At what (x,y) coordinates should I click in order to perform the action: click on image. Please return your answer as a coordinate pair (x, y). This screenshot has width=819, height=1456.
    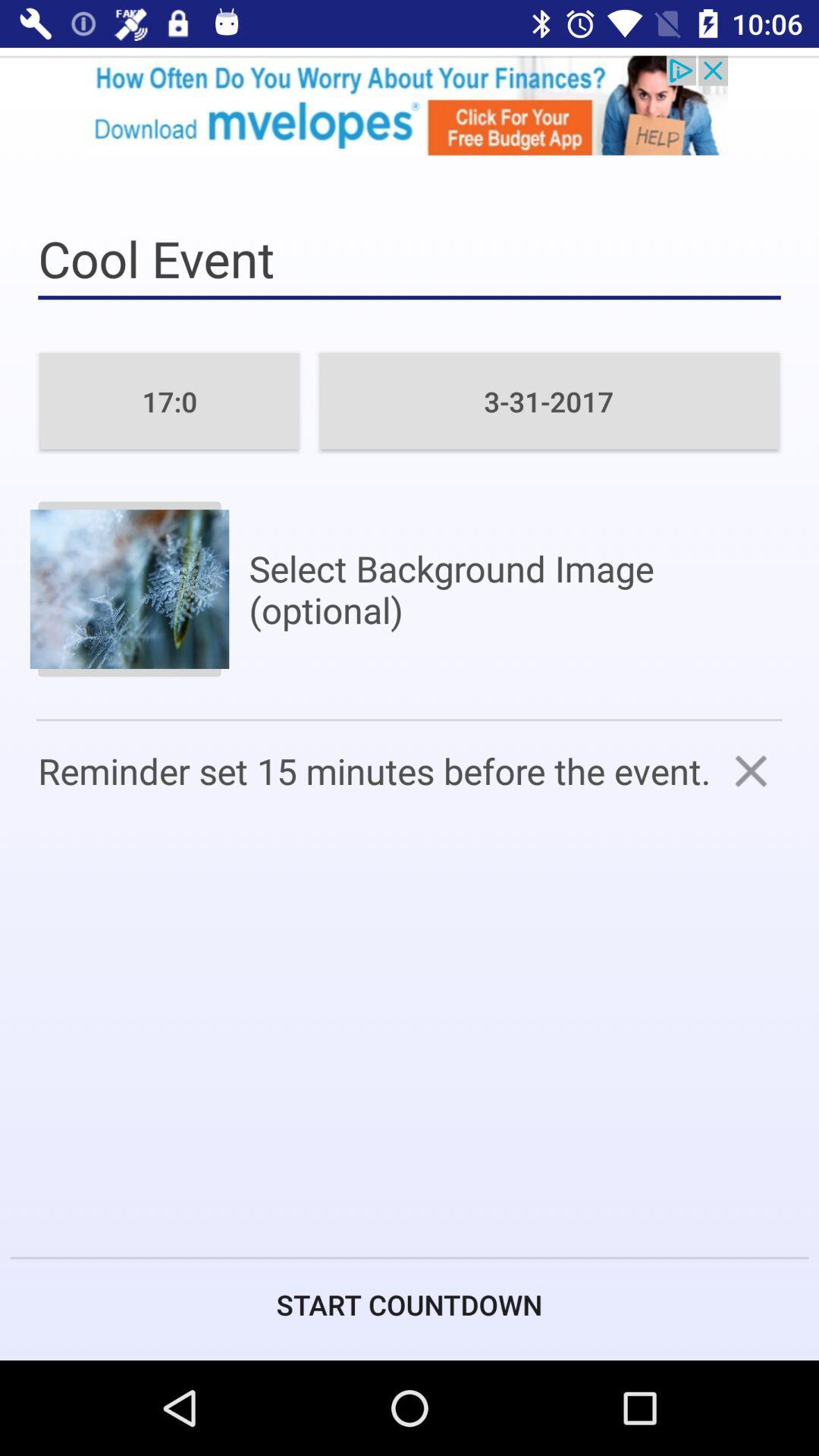
    Looking at the image, I should click on (128, 588).